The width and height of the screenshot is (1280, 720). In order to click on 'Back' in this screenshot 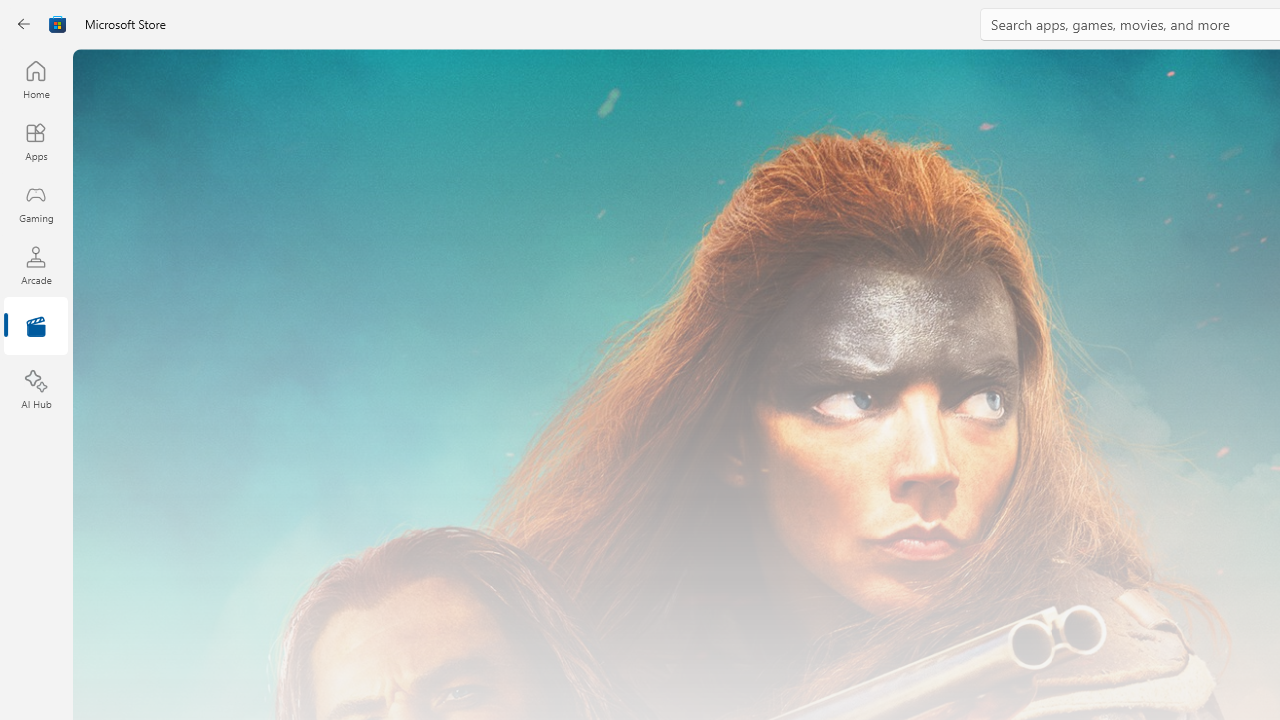, I will do `click(24, 24)`.